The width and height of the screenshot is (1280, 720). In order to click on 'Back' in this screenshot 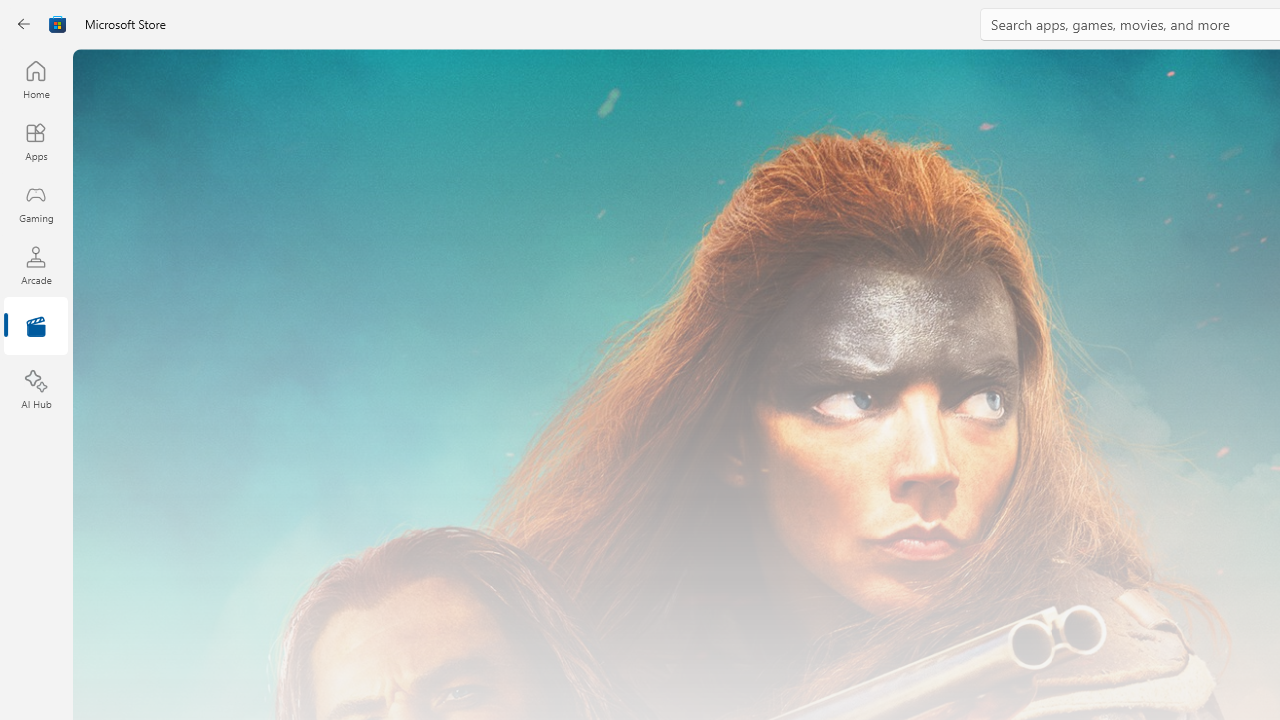, I will do `click(24, 24)`.